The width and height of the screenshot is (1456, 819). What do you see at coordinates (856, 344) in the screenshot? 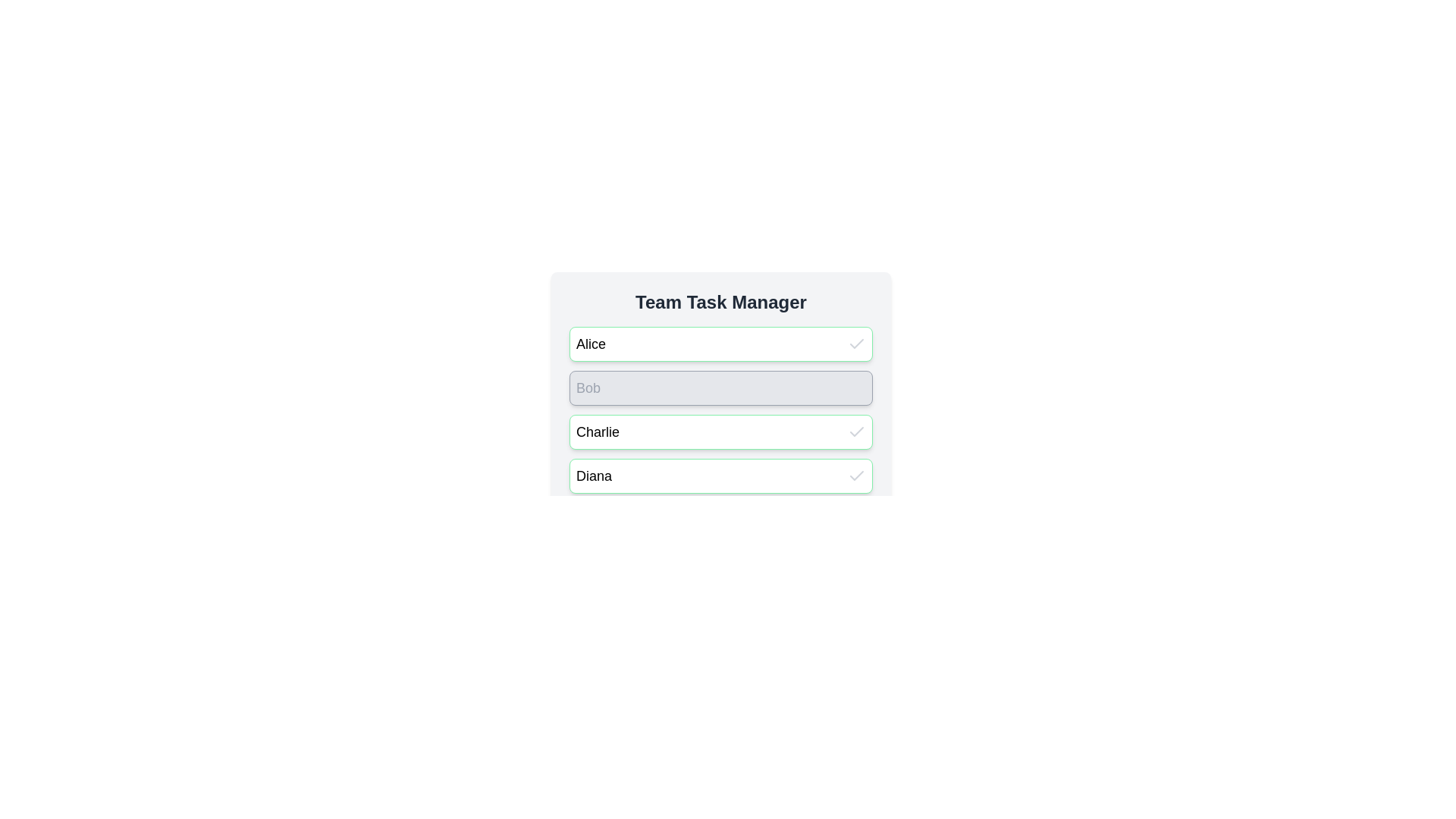
I see `the SVG Icon (Checkmark) located to the far-right of the 'Alice' option, which indicates the selection state for that row` at bounding box center [856, 344].